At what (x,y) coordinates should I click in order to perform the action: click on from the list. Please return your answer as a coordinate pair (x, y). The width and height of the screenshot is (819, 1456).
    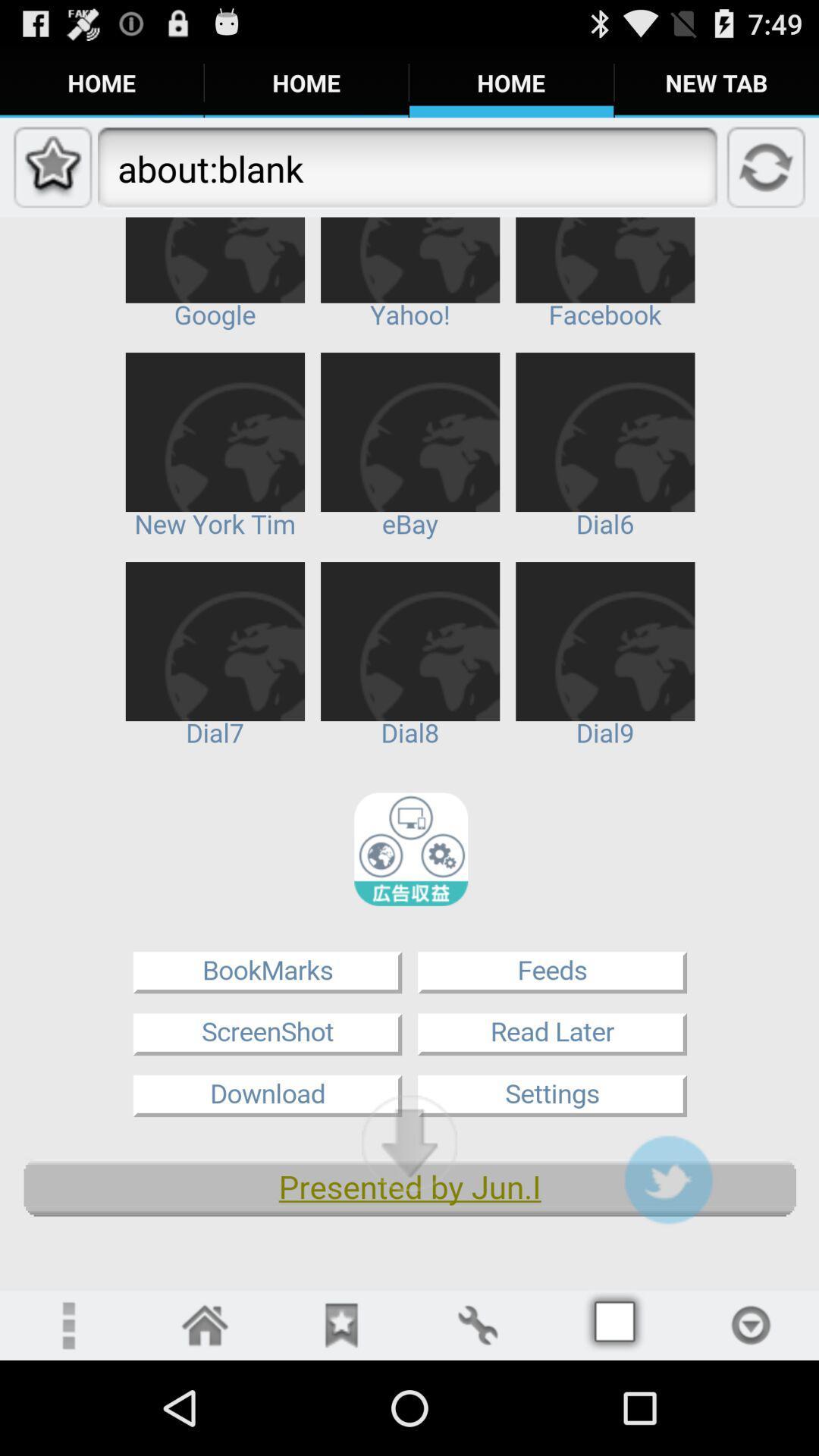
    Looking at the image, I should click on (751, 1324).